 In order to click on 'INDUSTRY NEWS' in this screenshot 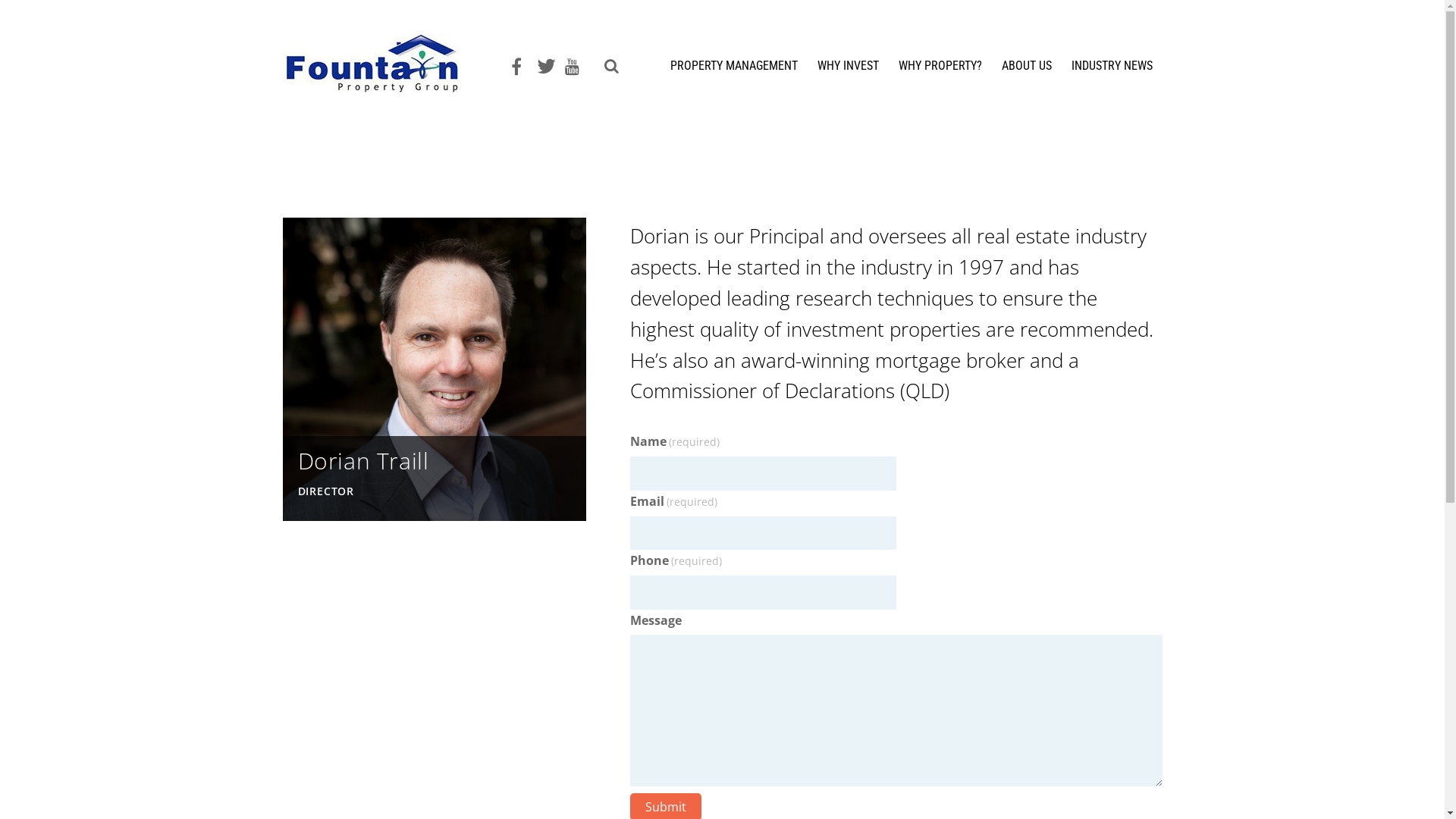, I will do `click(1062, 71)`.